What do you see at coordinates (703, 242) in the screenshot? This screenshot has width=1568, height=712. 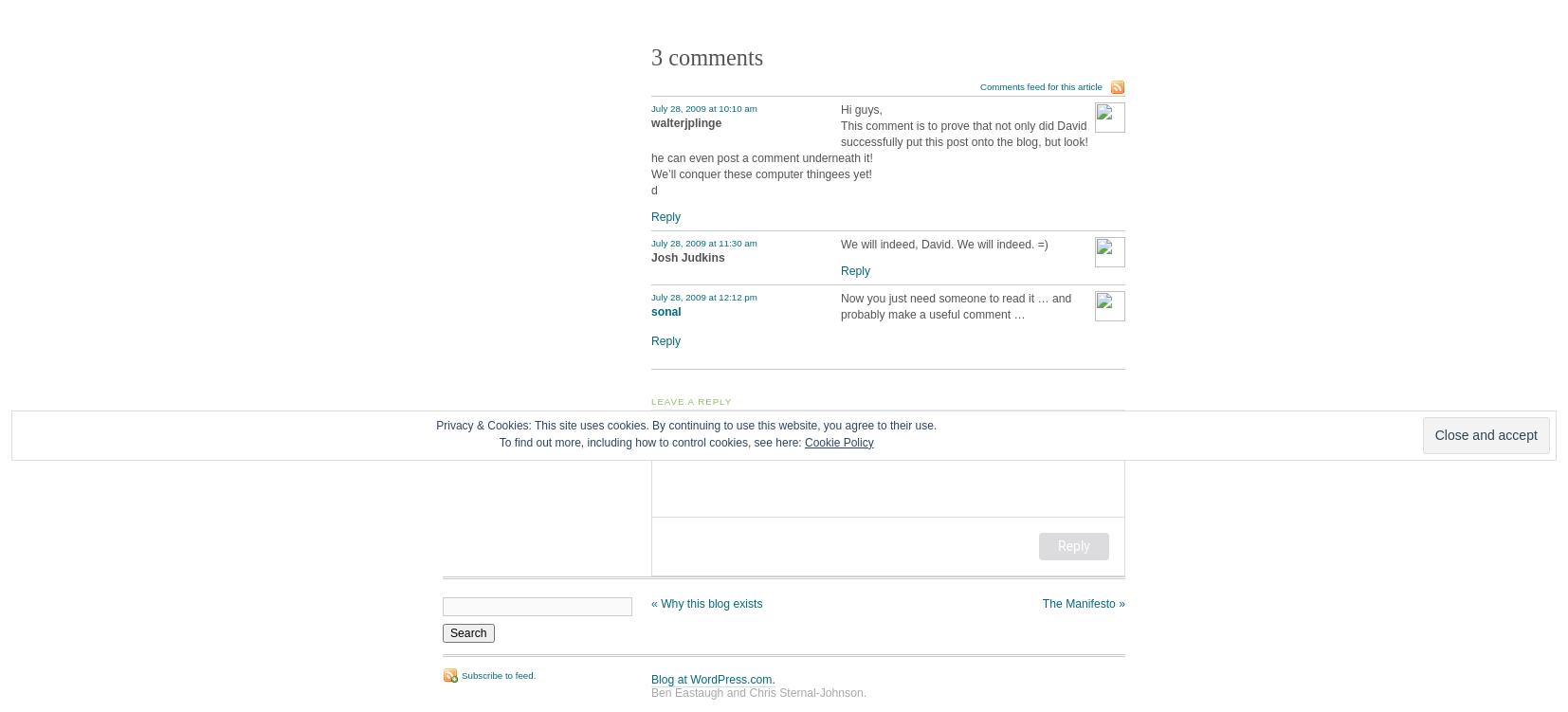 I see `'July 28, 2009 at 11:30 am'` at bounding box center [703, 242].